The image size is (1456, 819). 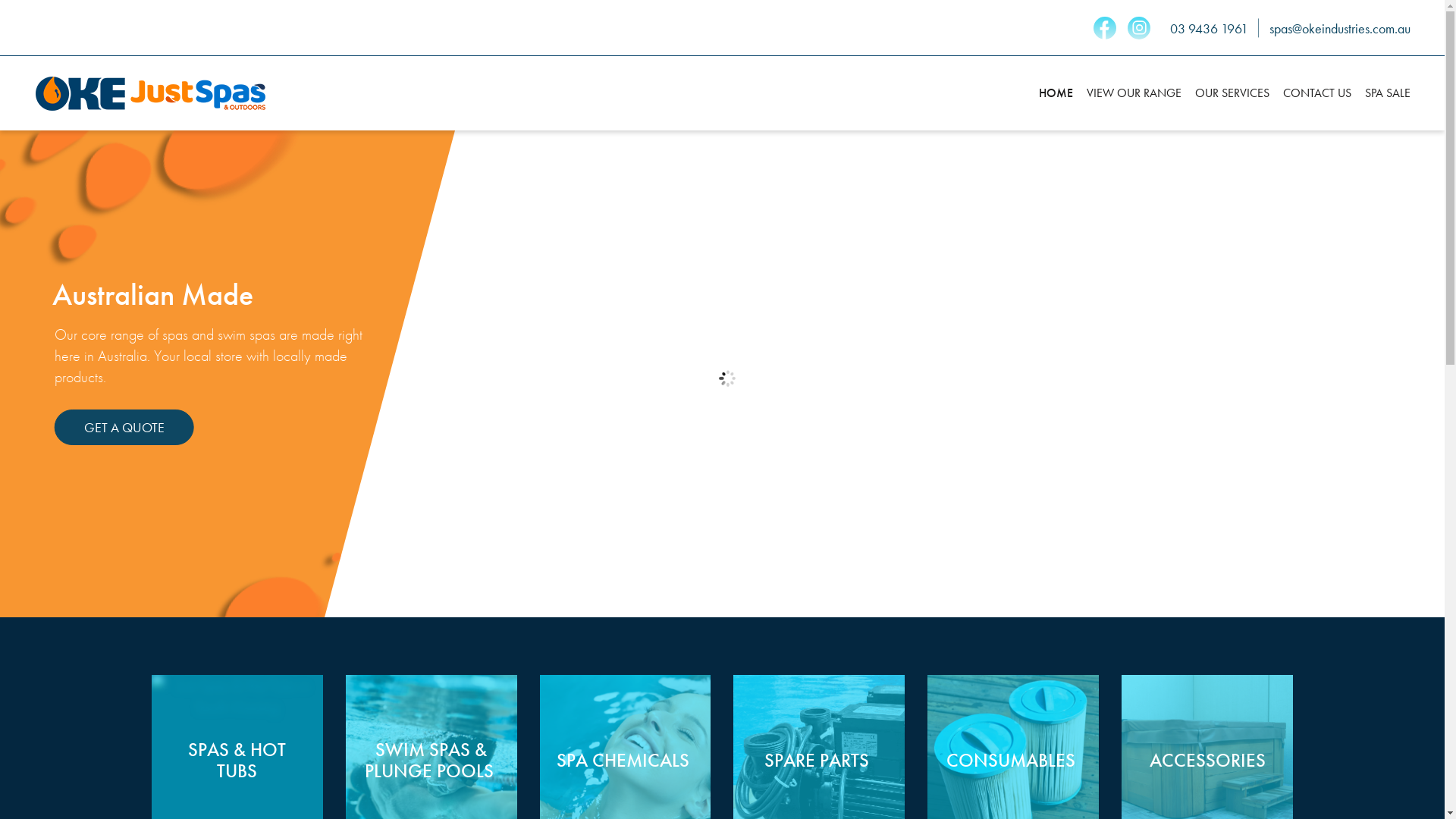 I want to click on 'HOME', so click(x=1055, y=93).